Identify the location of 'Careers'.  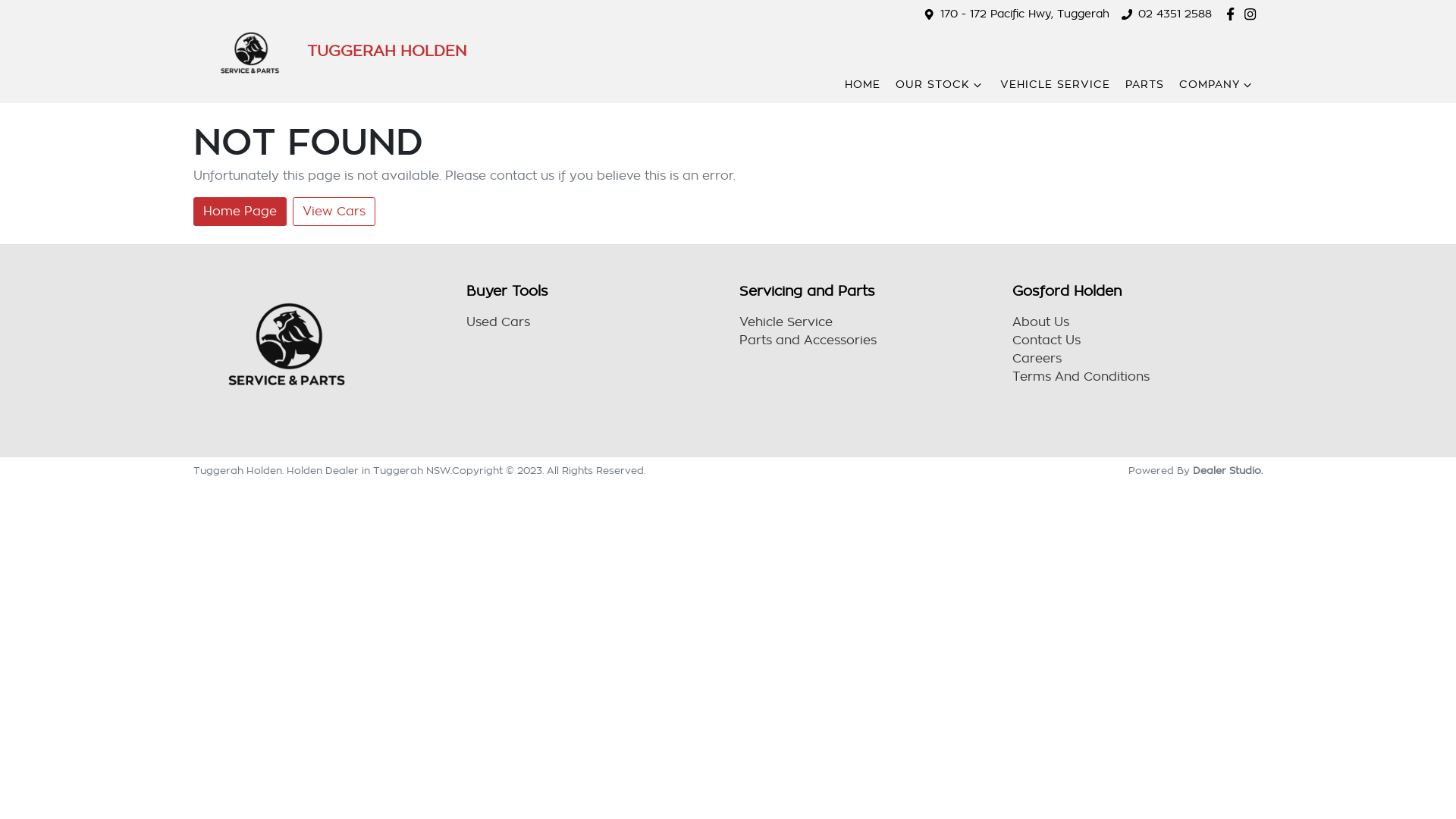
(1036, 359).